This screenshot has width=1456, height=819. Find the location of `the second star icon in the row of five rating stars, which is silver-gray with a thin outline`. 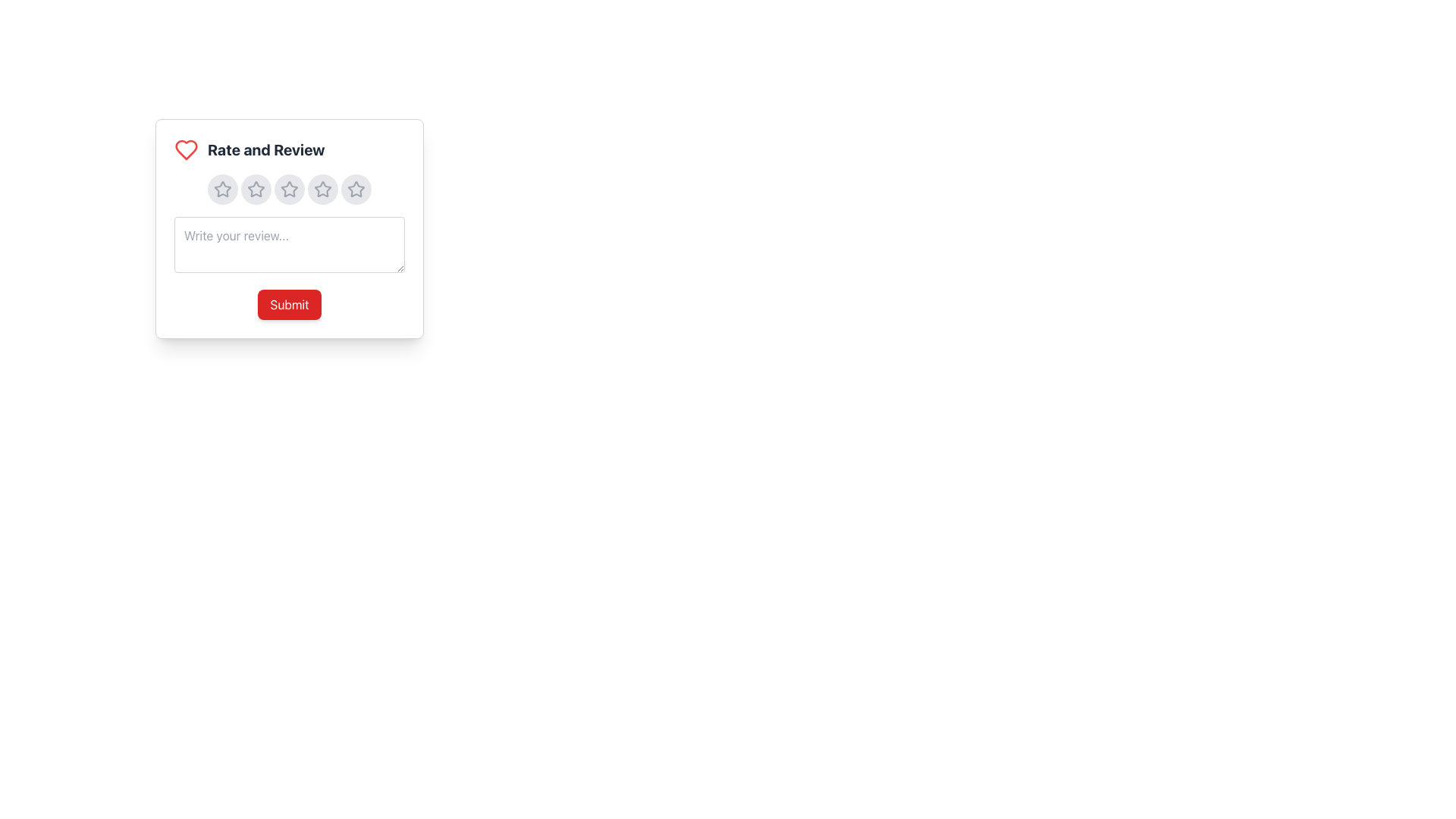

the second star icon in the row of five rating stars, which is silver-gray with a thin outline is located at coordinates (256, 189).